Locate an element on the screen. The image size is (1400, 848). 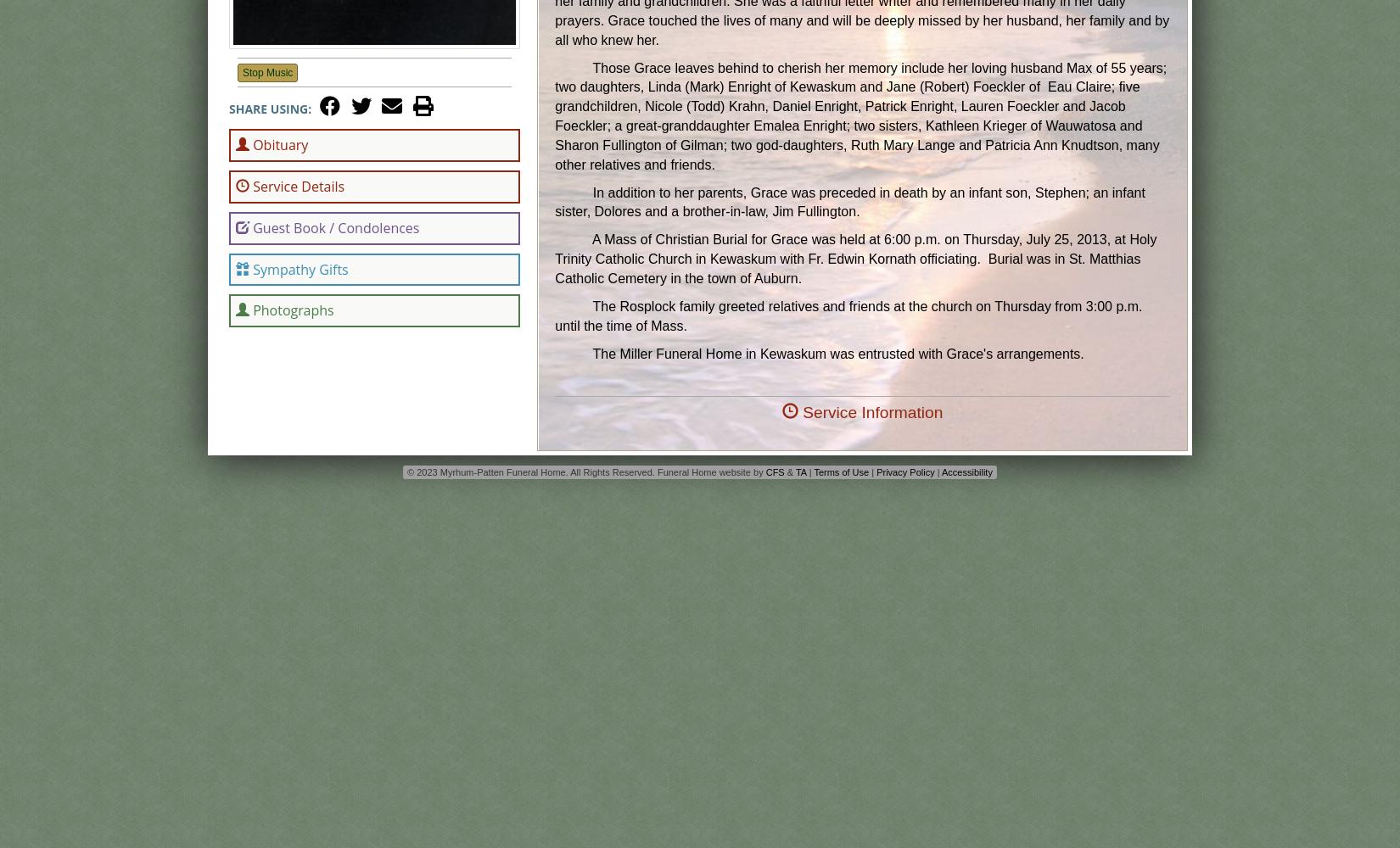
'&' is located at coordinates (789, 471).